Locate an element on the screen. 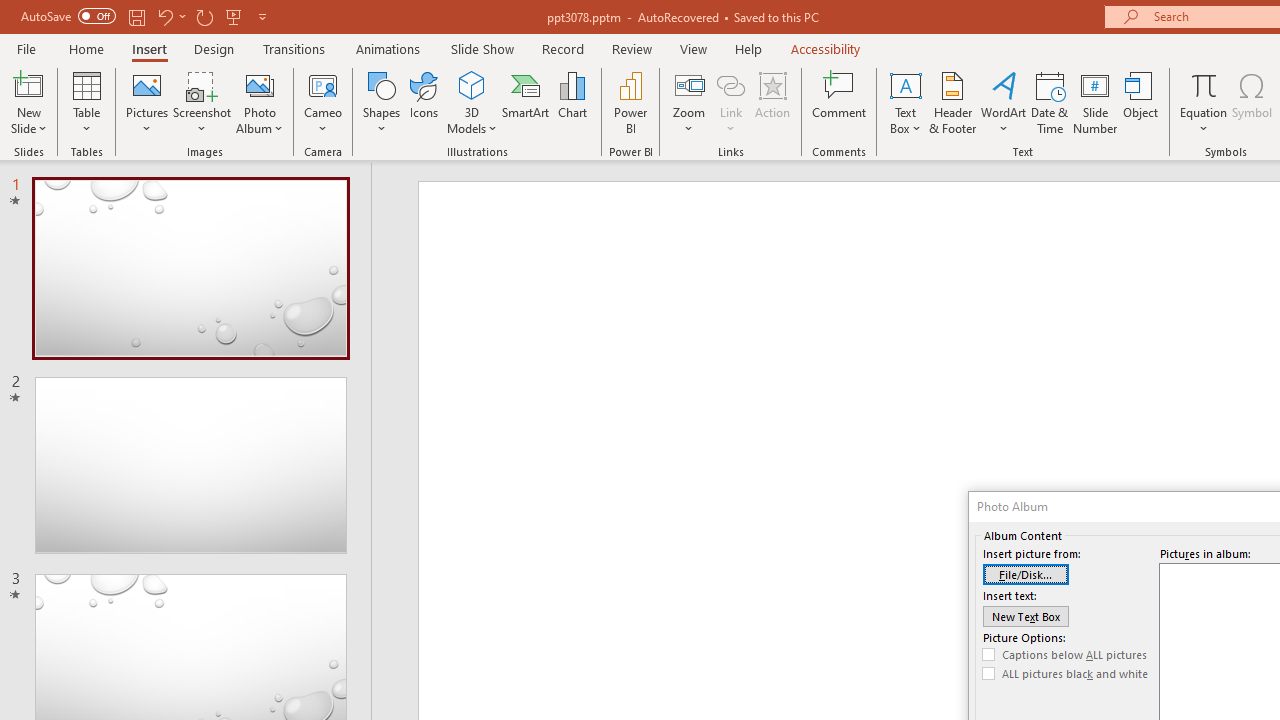  'Slide Number' is located at coordinates (1094, 103).